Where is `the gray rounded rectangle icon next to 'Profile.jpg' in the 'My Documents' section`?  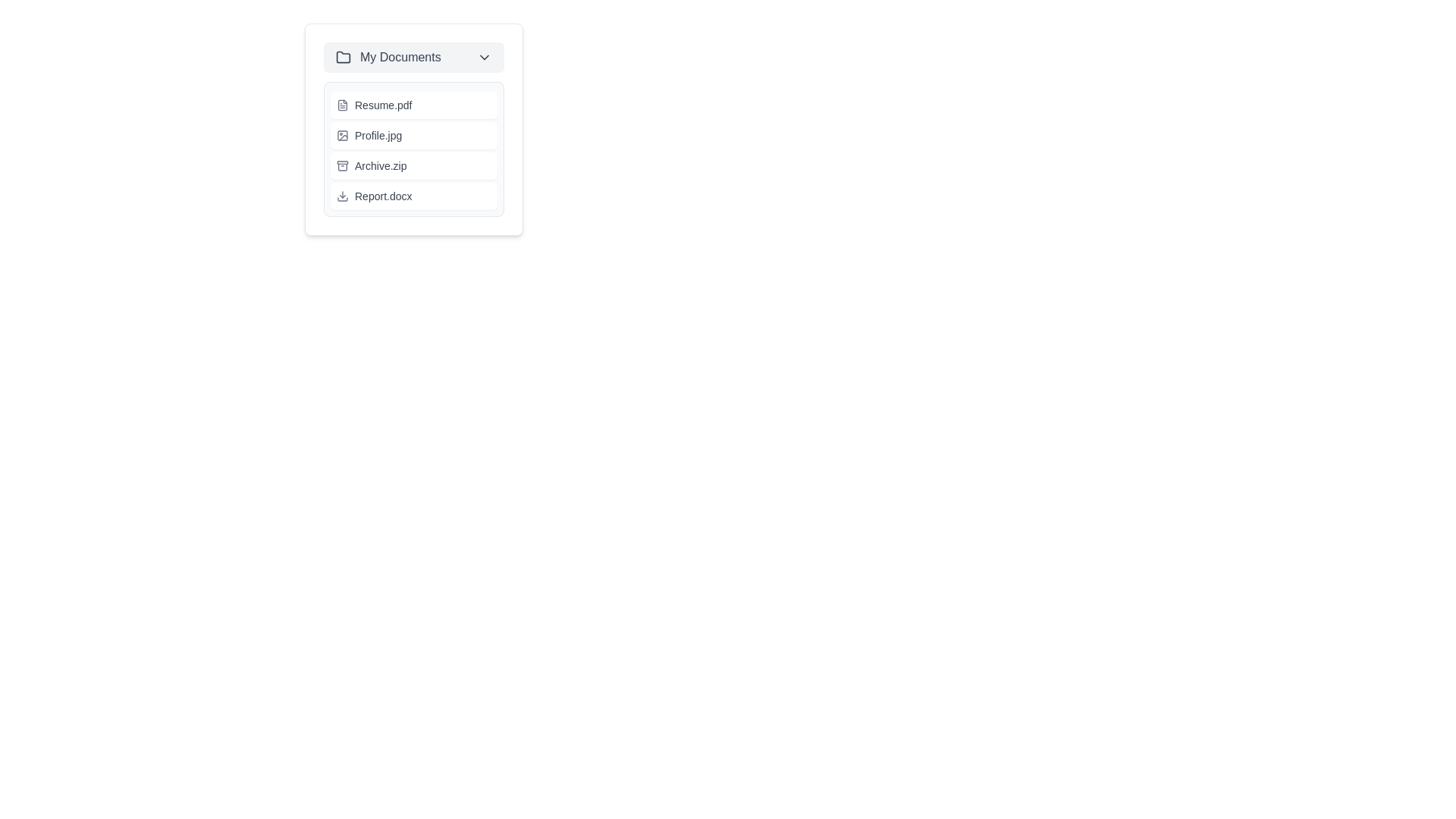 the gray rounded rectangle icon next to 'Profile.jpg' in the 'My Documents' section is located at coordinates (341, 134).